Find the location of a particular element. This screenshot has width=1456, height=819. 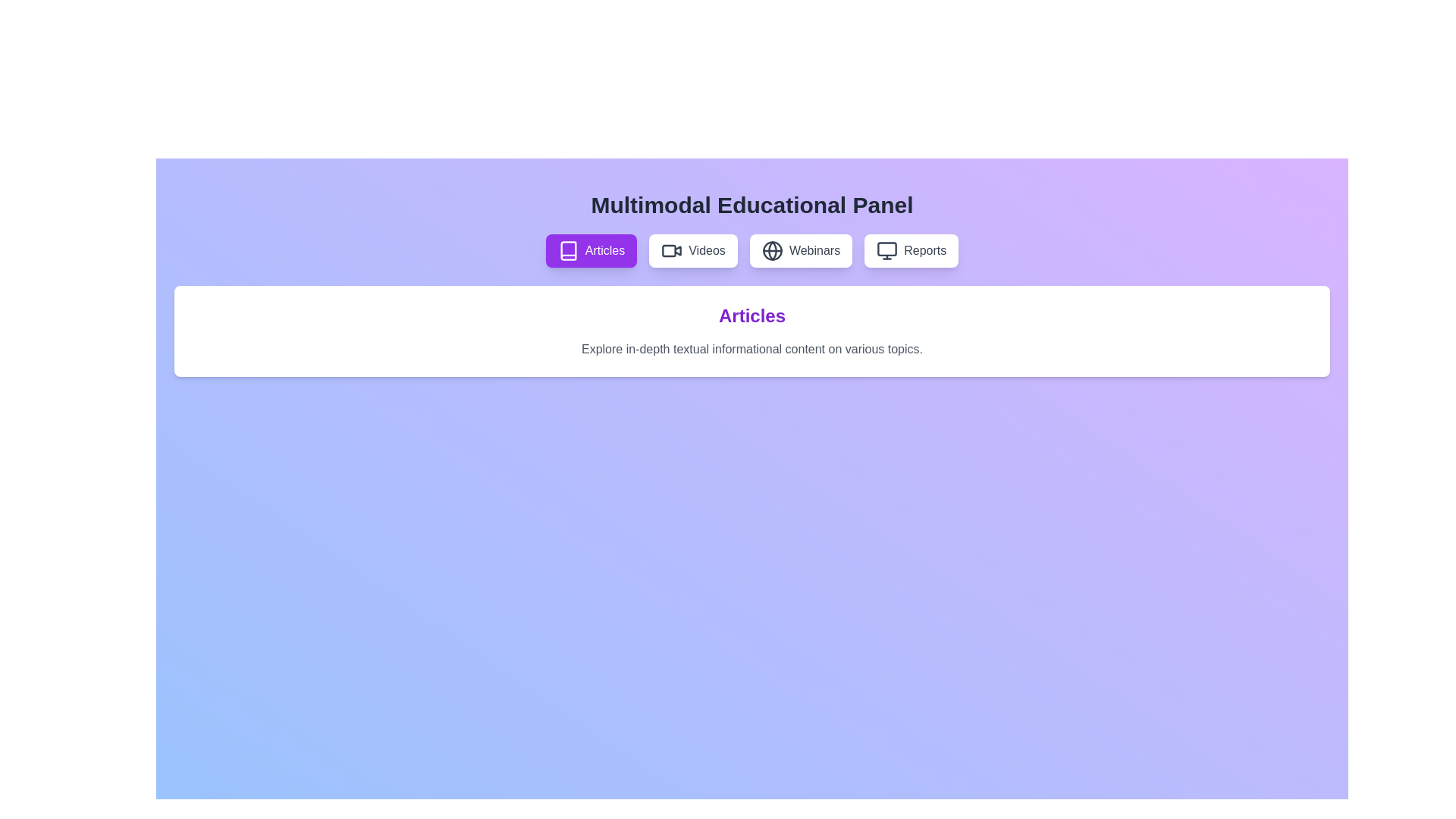

the first button in the button group below the 'Multimodal Educational Panel' heading is located at coordinates (591, 250).